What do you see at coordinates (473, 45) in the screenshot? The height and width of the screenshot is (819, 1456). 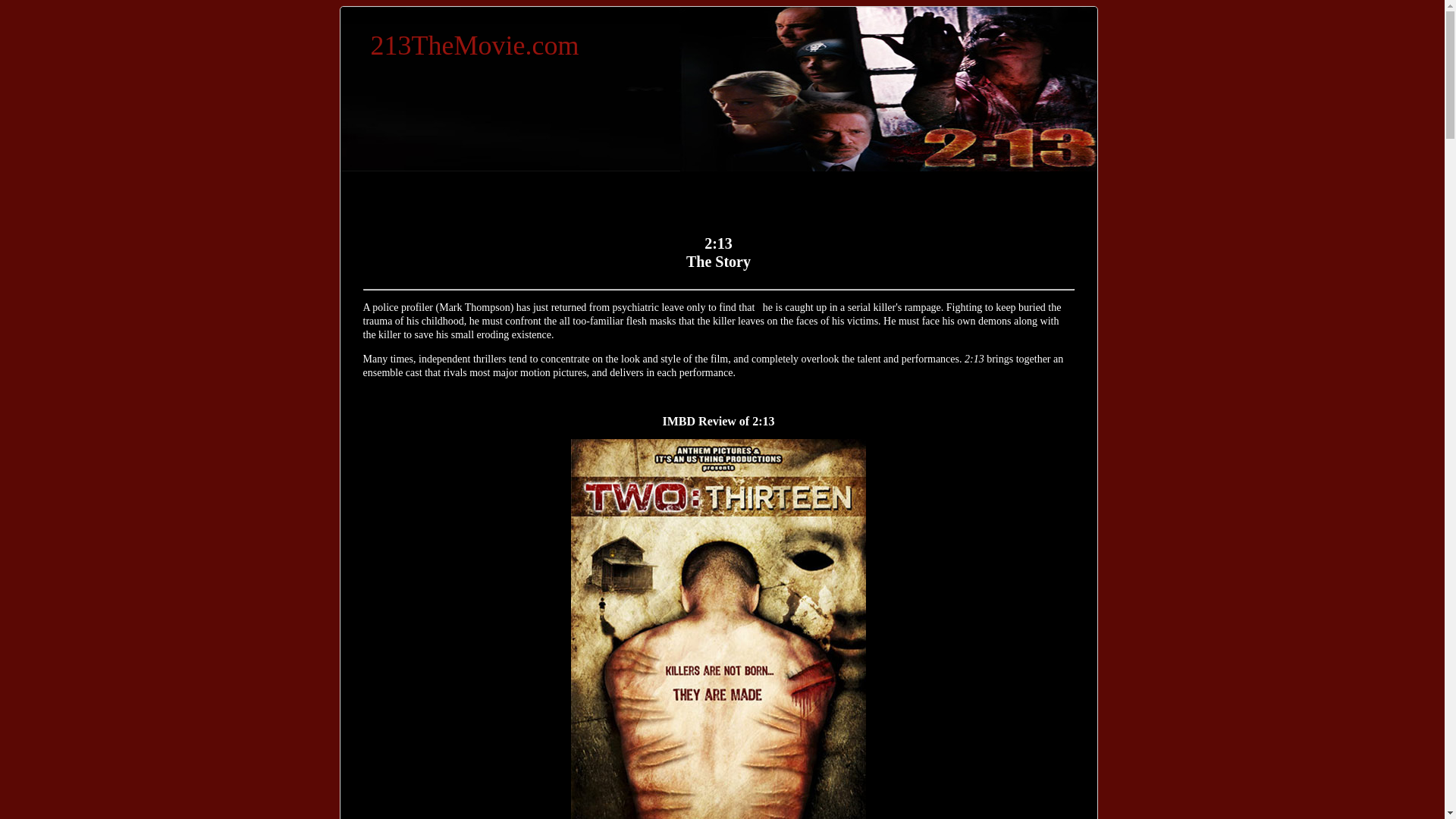 I see `'213TheMovie.com'` at bounding box center [473, 45].